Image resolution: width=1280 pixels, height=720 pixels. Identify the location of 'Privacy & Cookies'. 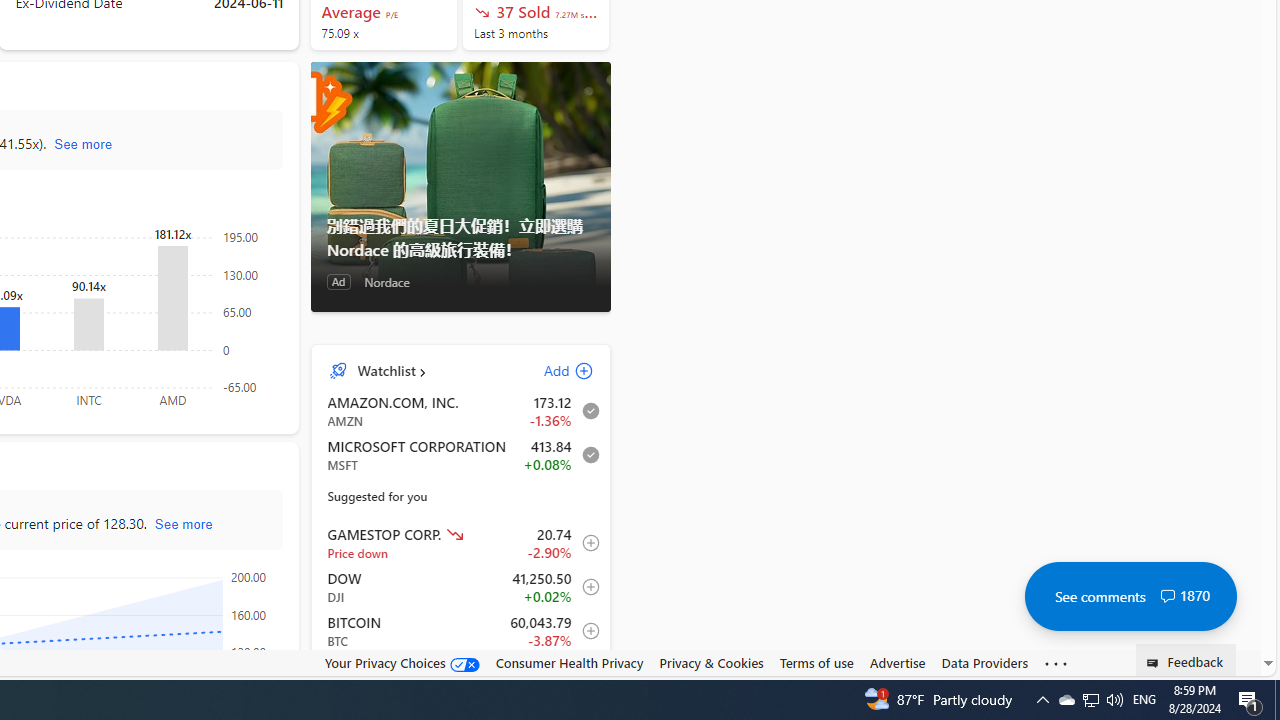
(711, 663).